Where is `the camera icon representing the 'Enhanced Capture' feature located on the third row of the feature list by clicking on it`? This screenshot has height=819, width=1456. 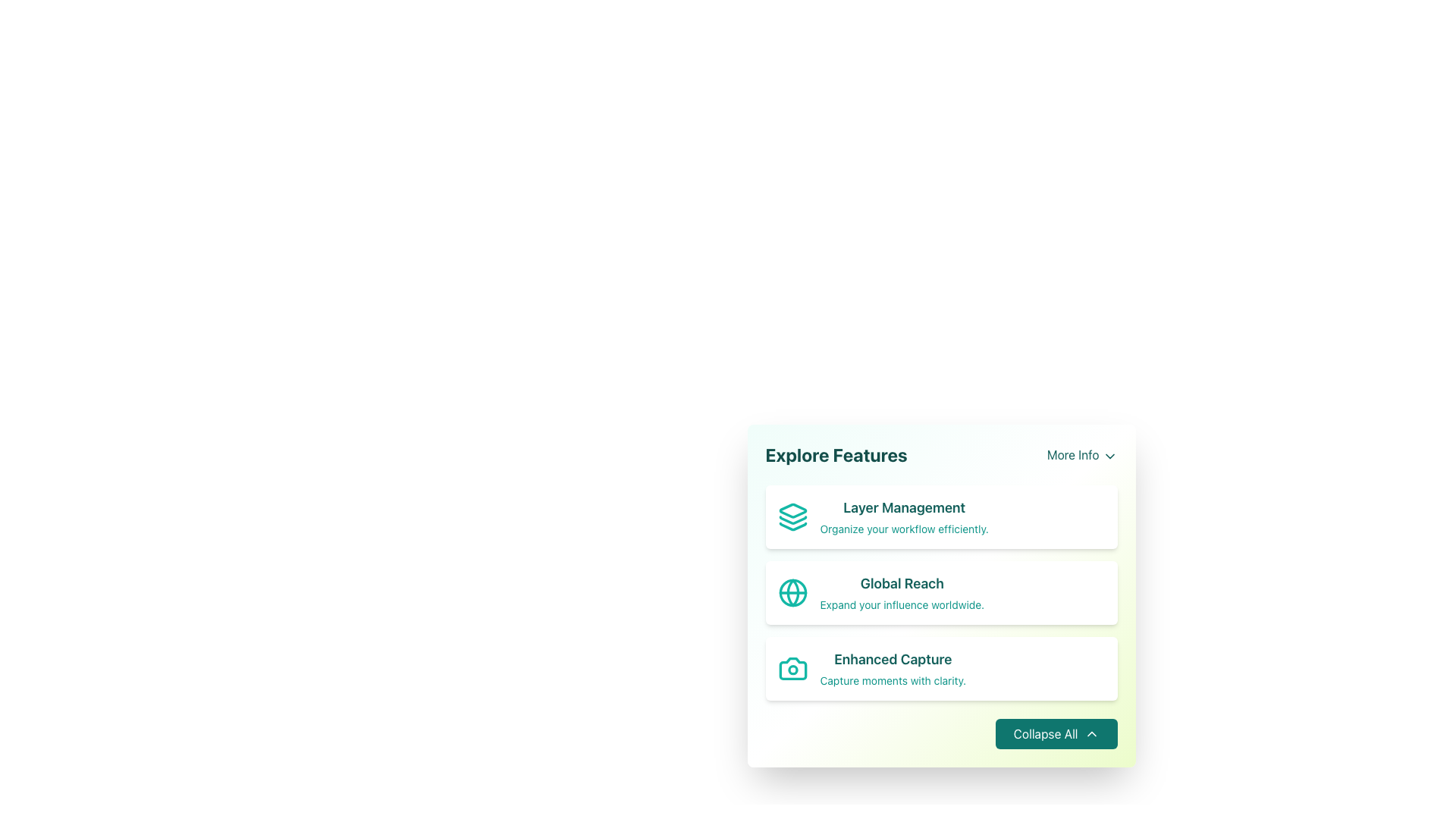
the camera icon representing the 'Enhanced Capture' feature located on the third row of the feature list by clicking on it is located at coordinates (792, 668).